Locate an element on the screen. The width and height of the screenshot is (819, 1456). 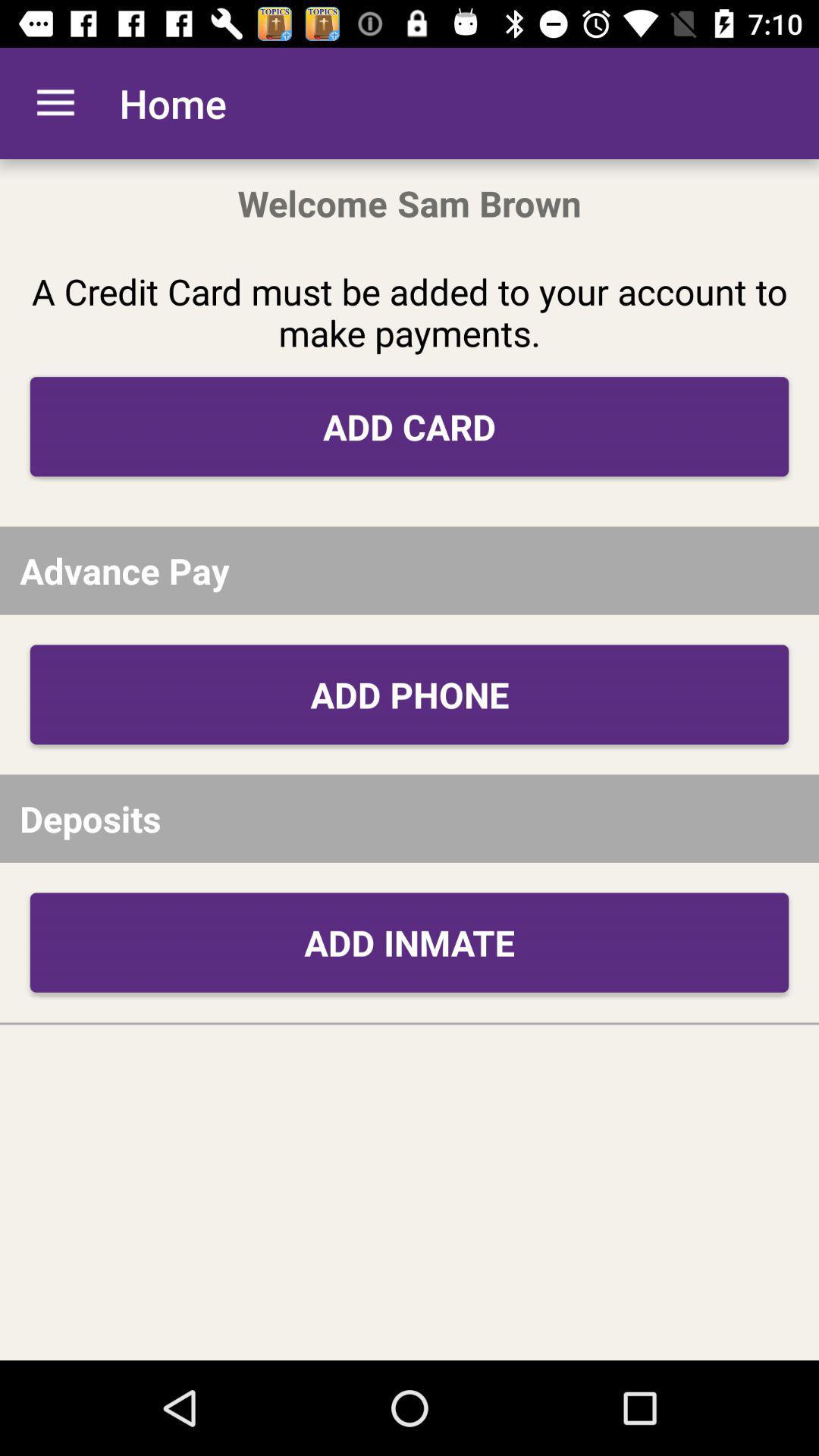
item next to the home icon is located at coordinates (55, 102).